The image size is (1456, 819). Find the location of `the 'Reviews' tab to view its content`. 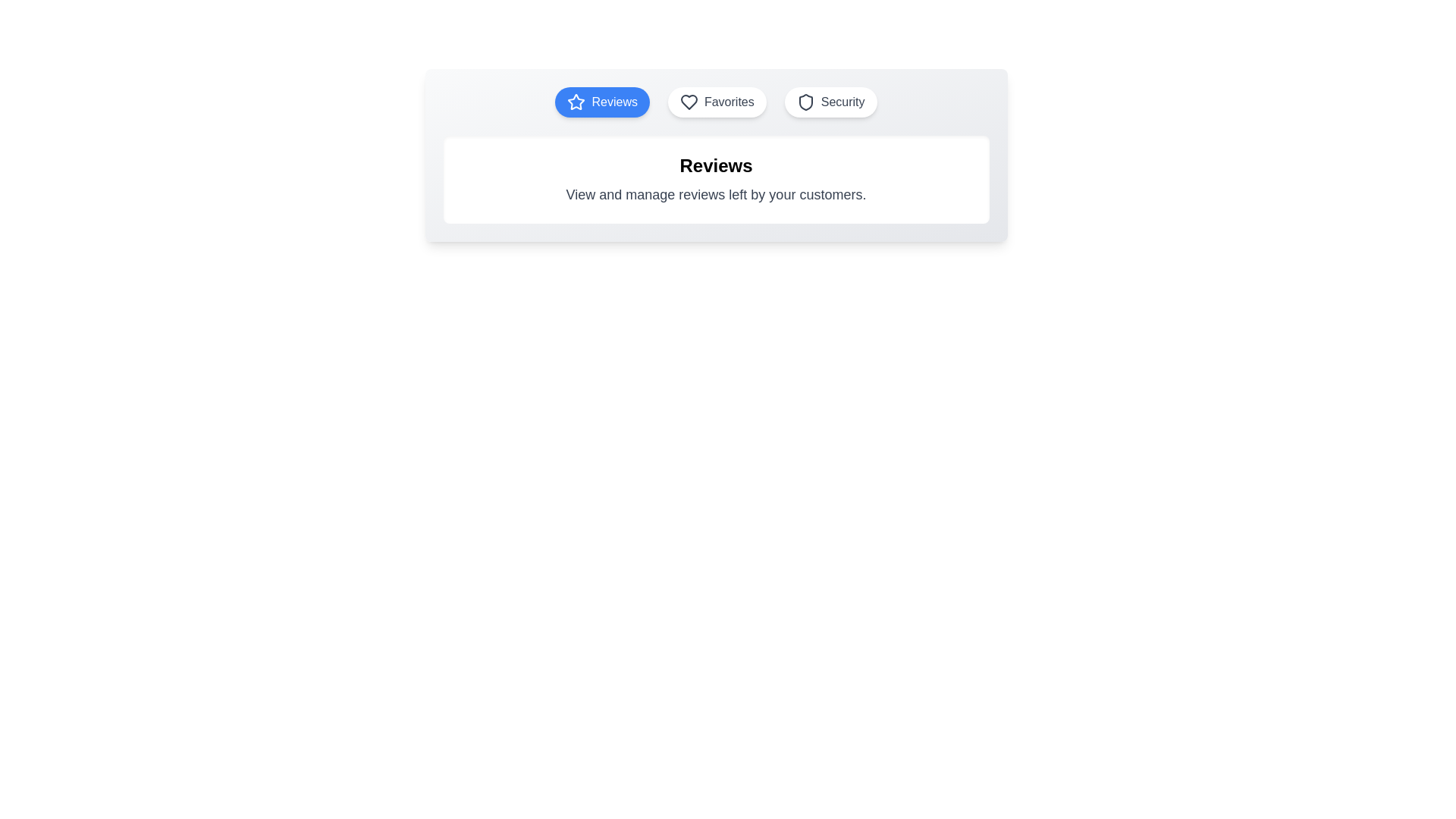

the 'Reviews' tab to view its content is located at coordinates (601, 102).